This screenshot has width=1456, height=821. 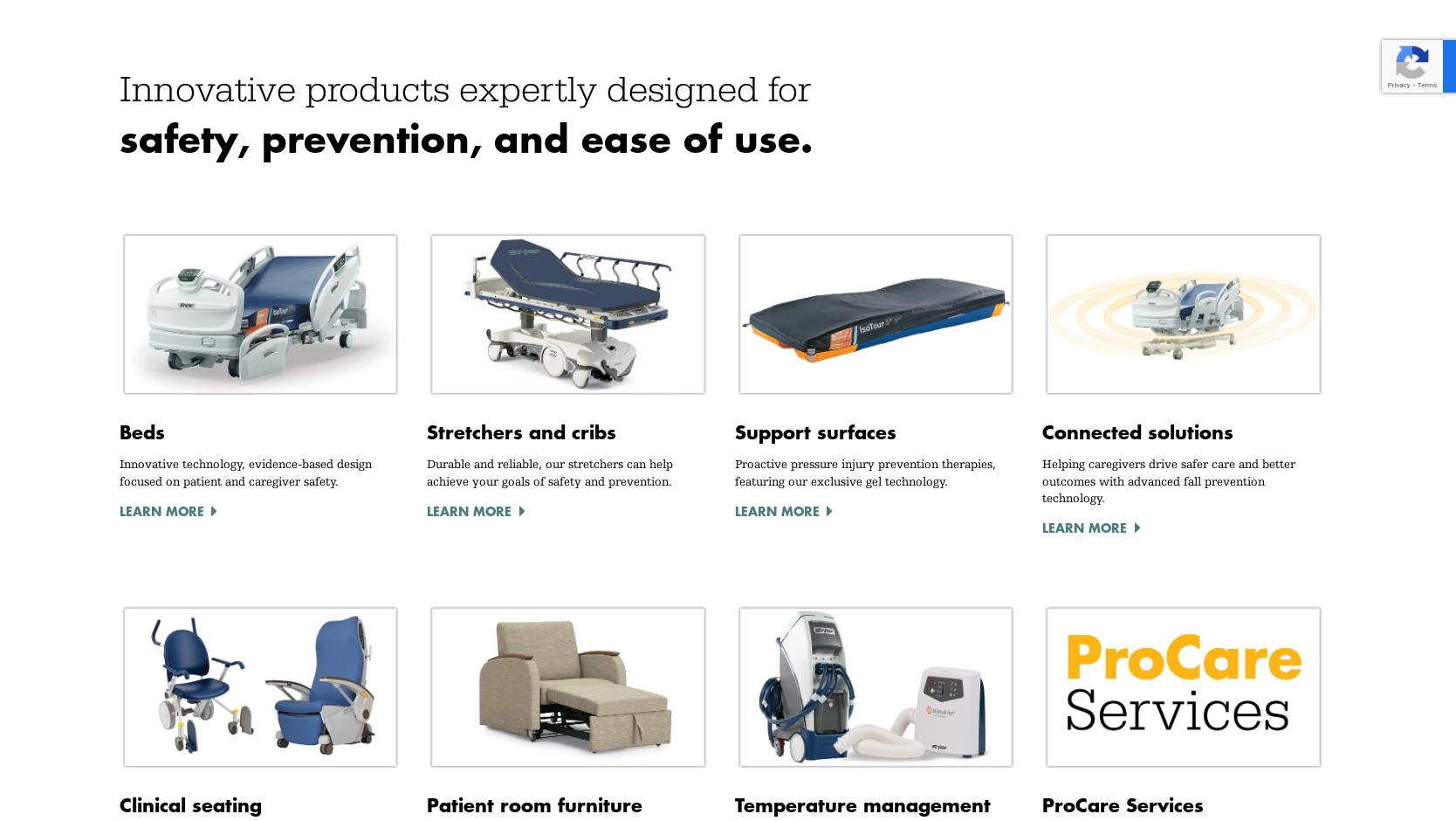 What do you see at coordinates (244, 471) in the screenshot?
I see `'Innovative technology, evidence-based design focused on patient and caregiver safety.'` at bounding box center [244, 471].